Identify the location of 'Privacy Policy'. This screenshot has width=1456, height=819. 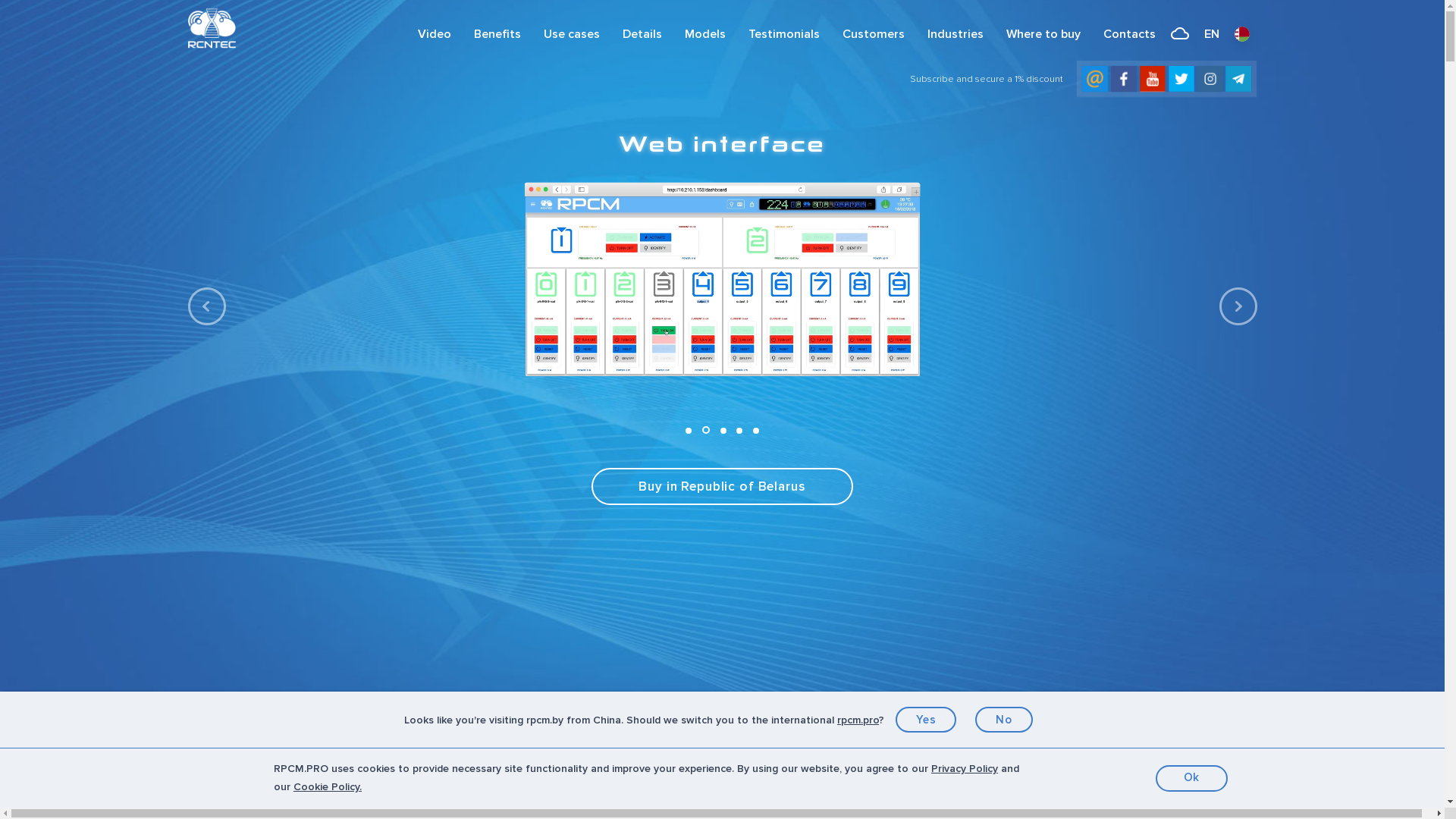
(930, 768).